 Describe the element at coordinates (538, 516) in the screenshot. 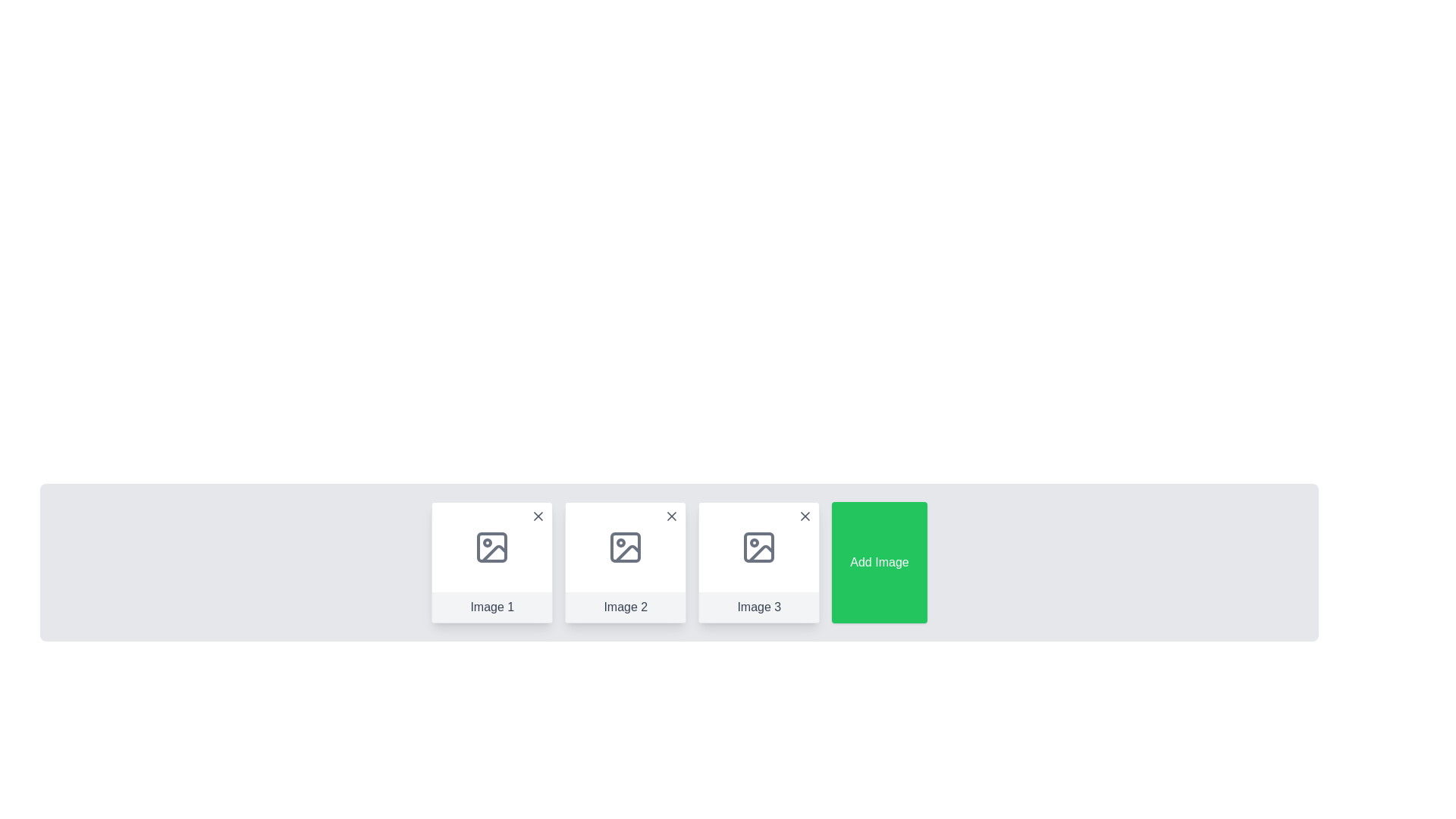

I see `the dismiss button located in the top right corner of the 'Image 1' card` at that location.